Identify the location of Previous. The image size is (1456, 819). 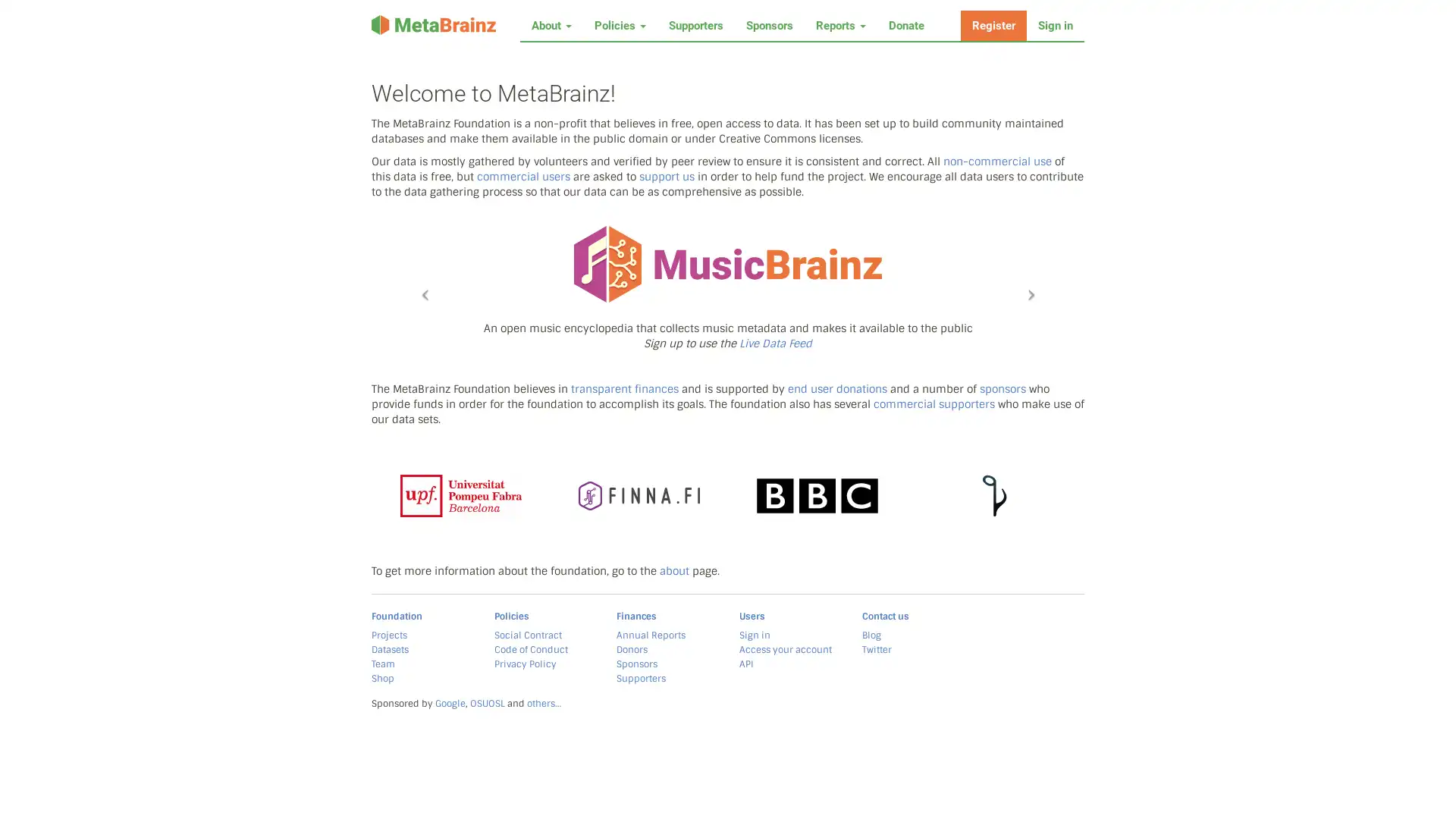
(425, 294).